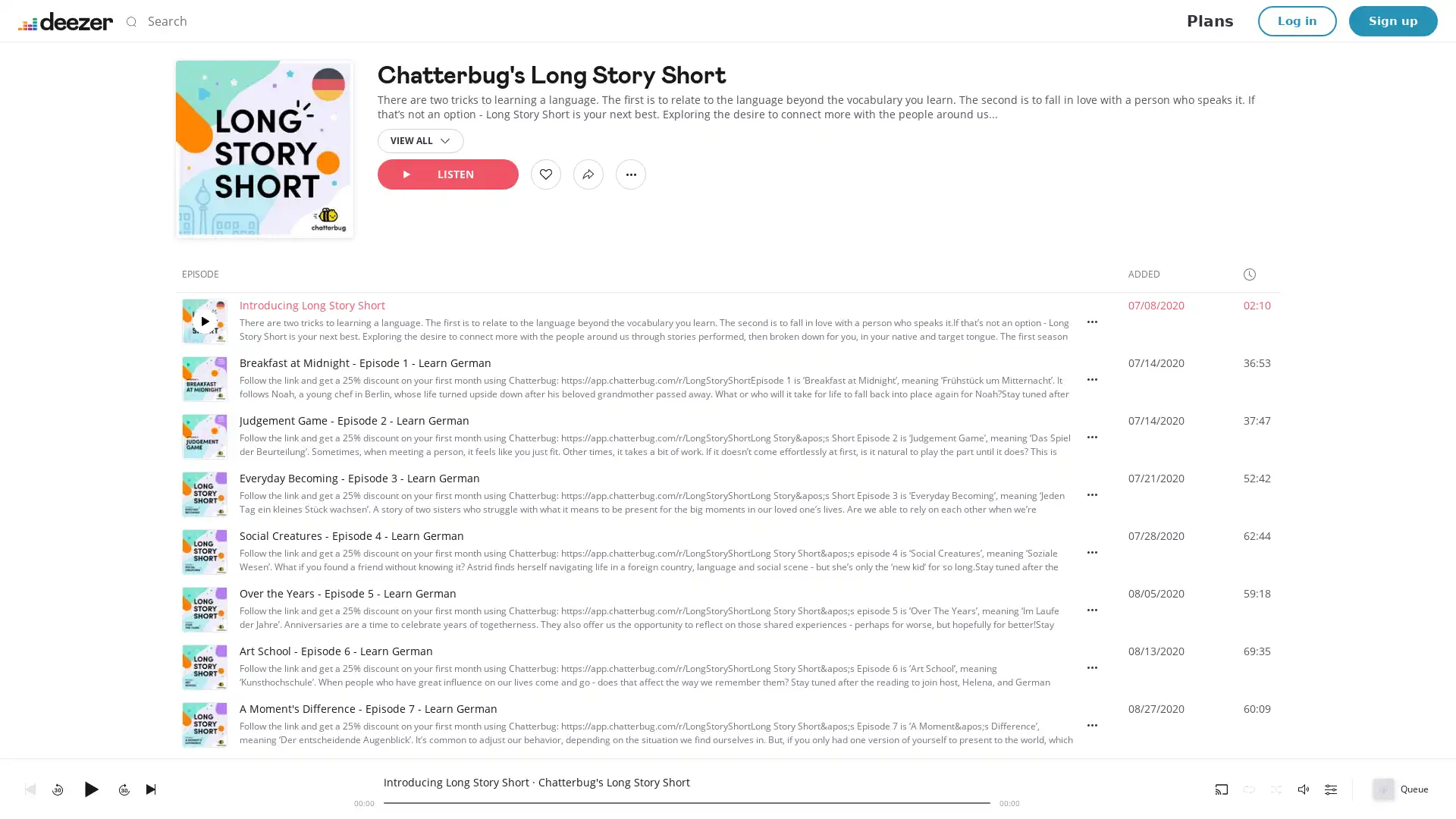  Describe the element at coordinates (203, 321) in the screenshot. I see `Play Introducing Long Story Short by Chatterbug's Long Story Short` at that location.